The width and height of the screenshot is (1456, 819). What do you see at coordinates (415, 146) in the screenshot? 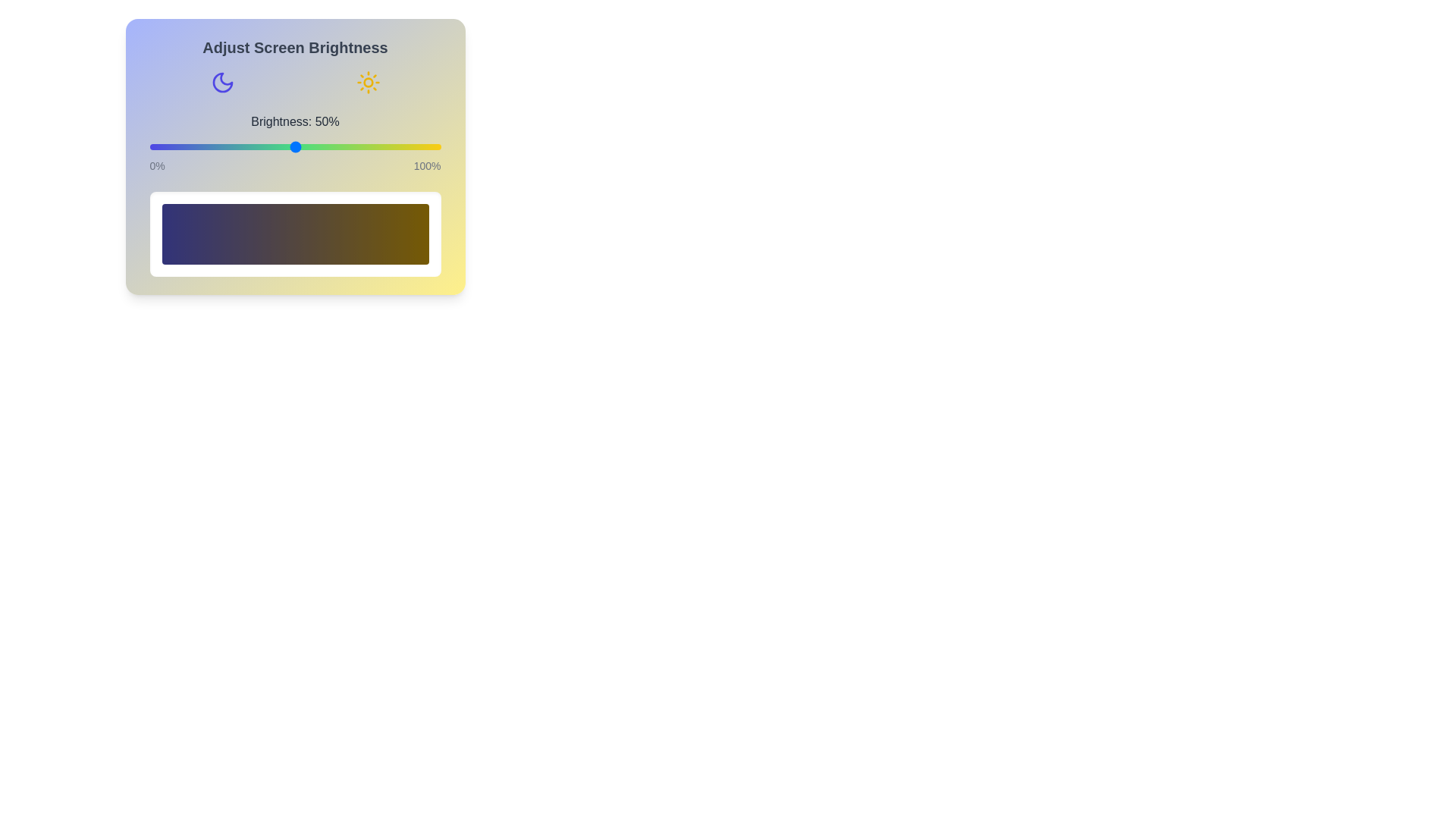
I see `the brightness to 91% using the slider` at bounding box center [415, 146].